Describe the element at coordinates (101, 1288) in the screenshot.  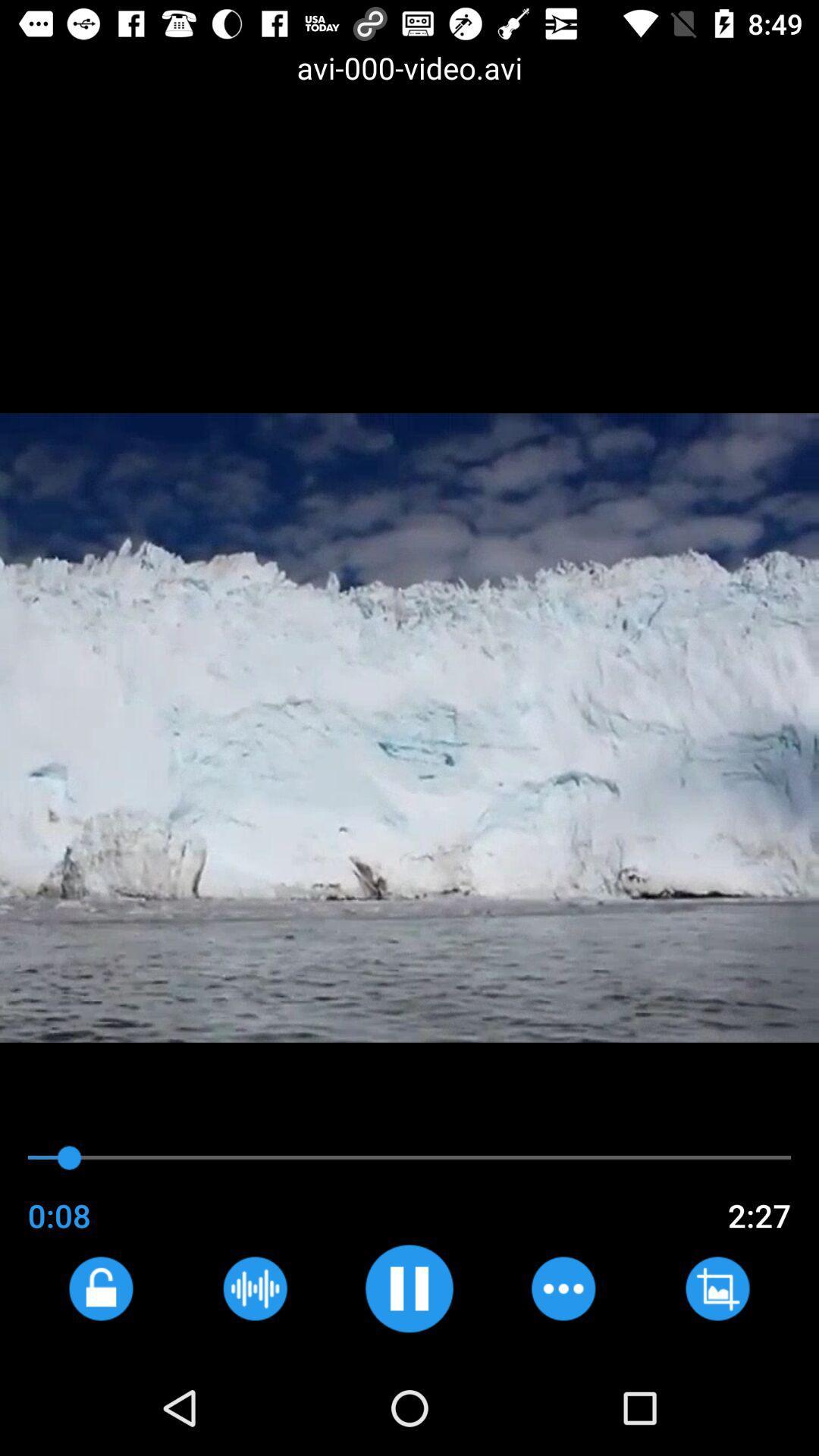
I see `lock the mesdia` at that location.